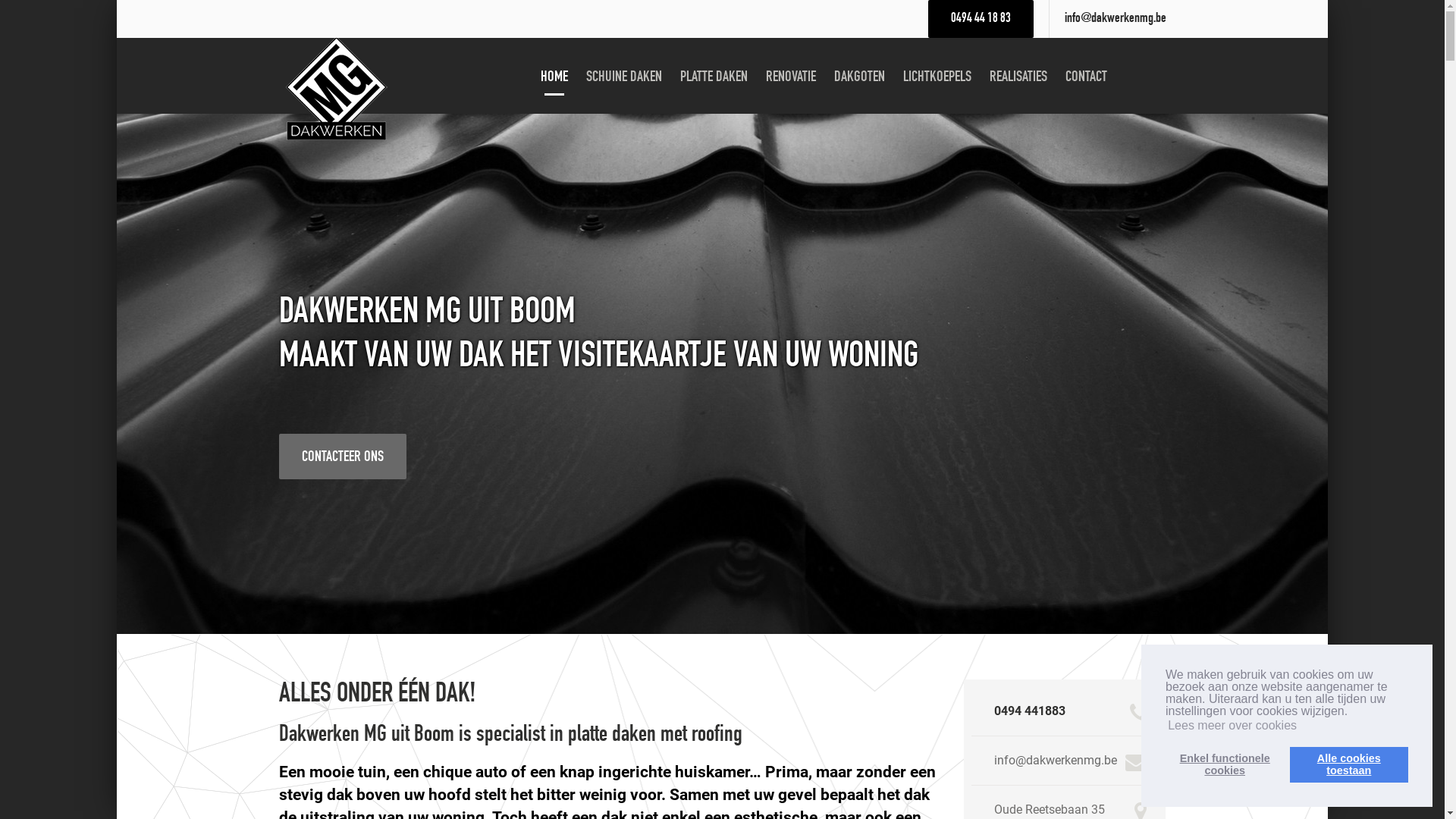 The width and height of the screenshot is (1456, 819). What do you see at coordinates (859, 76) in the screenshot?
I see `'DAKGOTEN'` at bounding box center [859, 76].